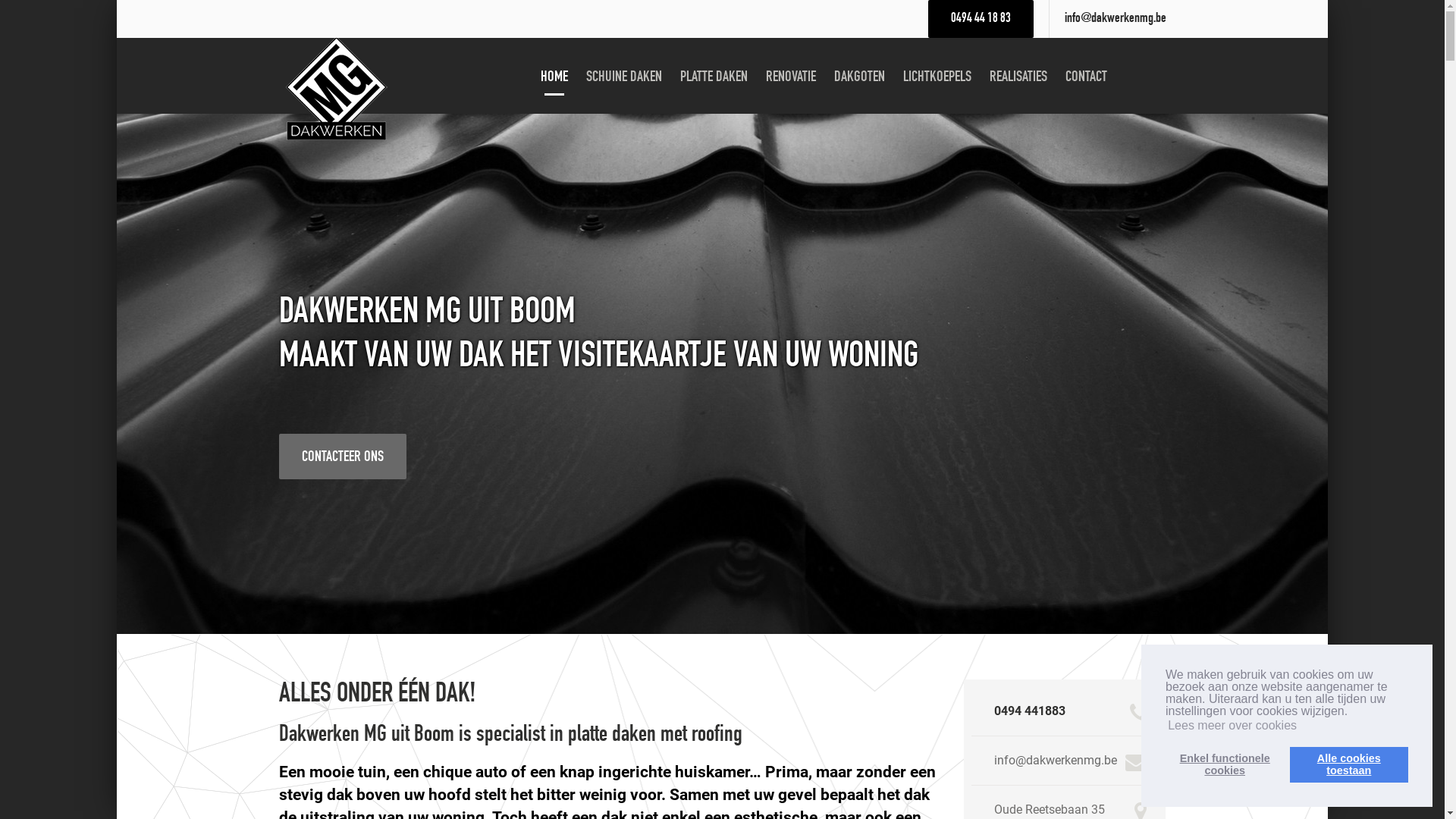 The width and height of the screenshot is (1456, 819). What do you see at coordinates (859, 76) in the screenshot?
I see `'DAKGOTEN'` at bounding box center [859, 76].